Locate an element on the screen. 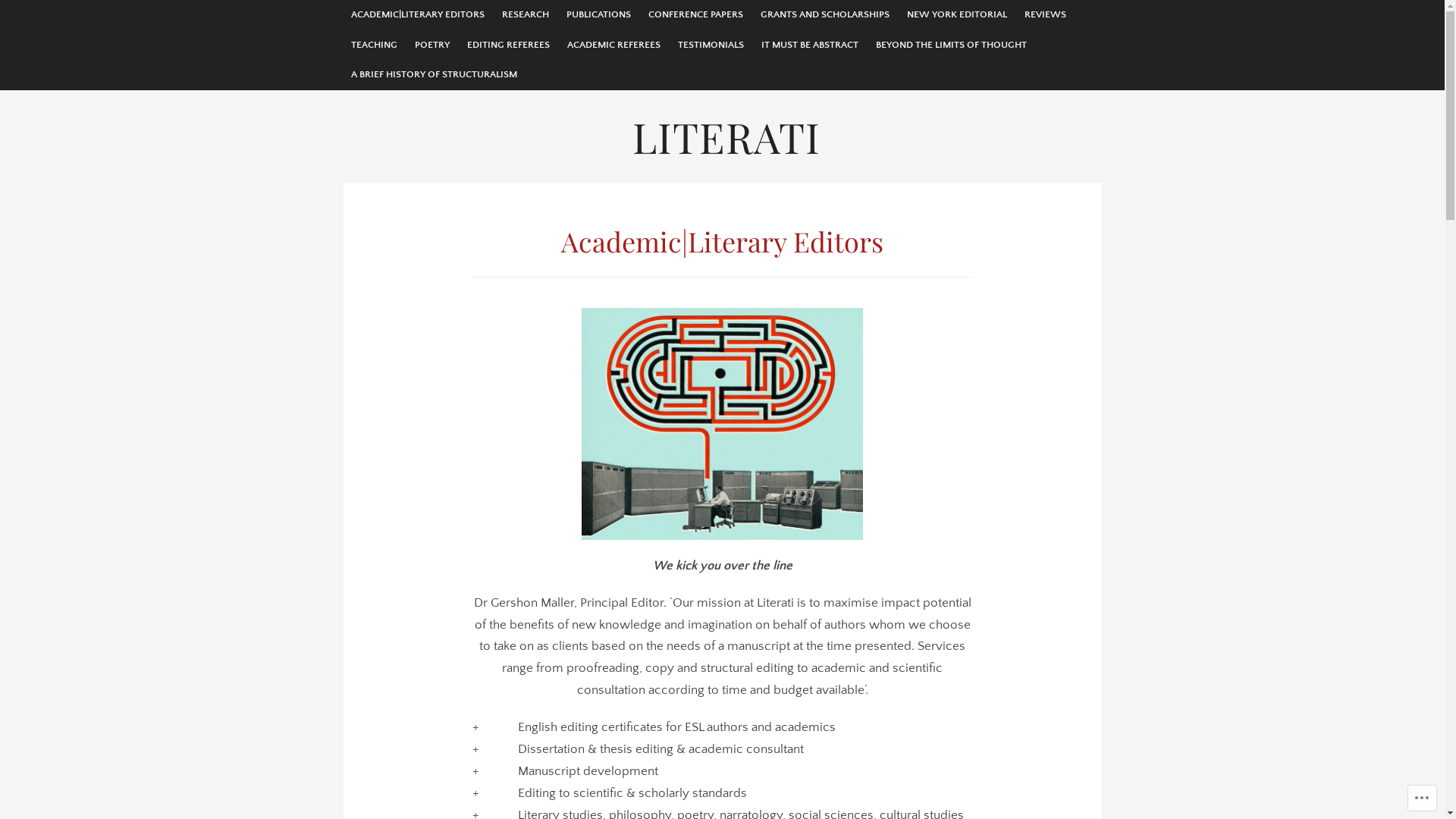 This screenshot has width=1456, height=819. 'PUBLICATIONS' is located at coordinates (564, 14).